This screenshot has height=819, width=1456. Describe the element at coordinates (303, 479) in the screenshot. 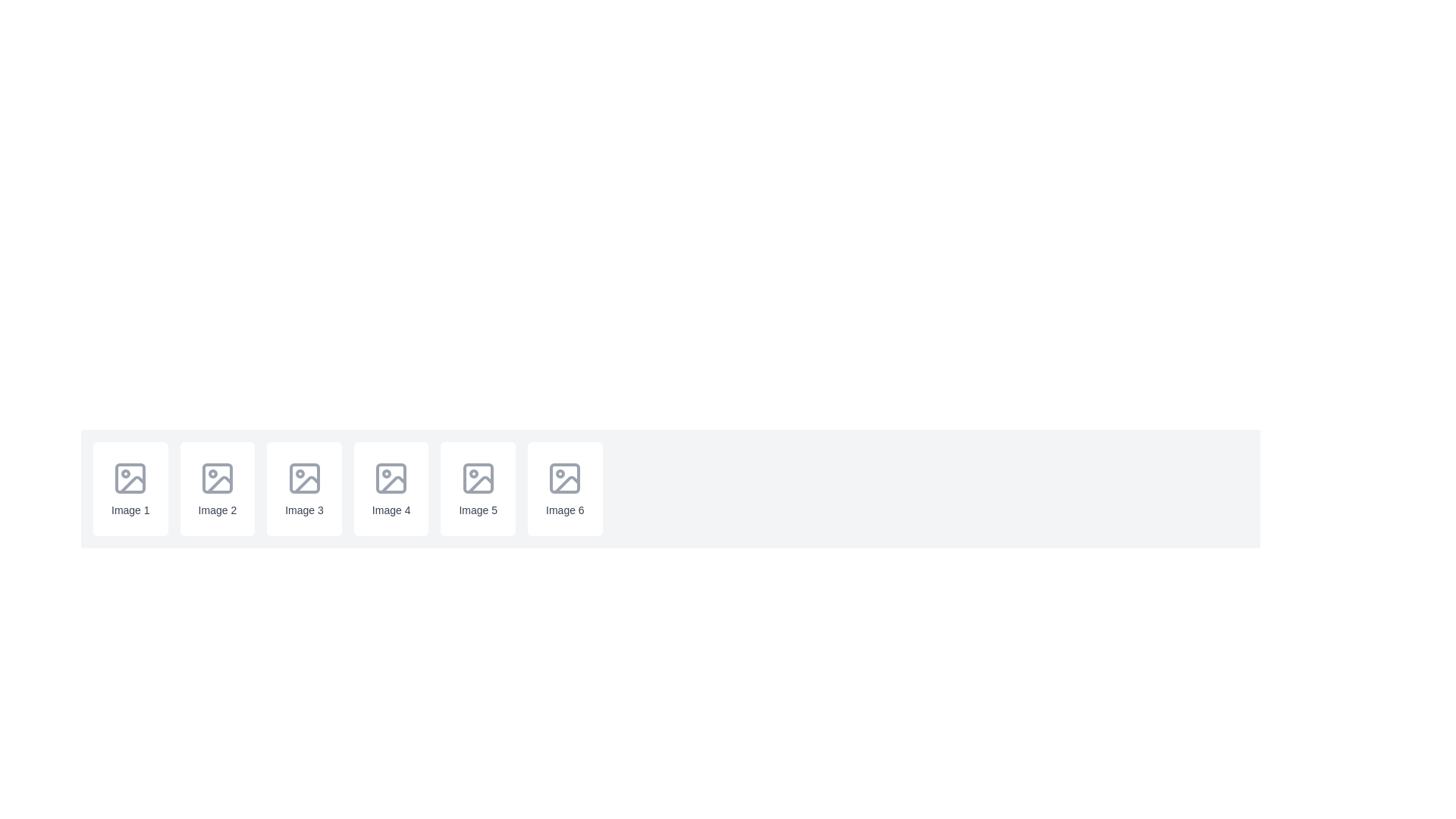

I see `the SVG rectangle element that is part of the image placeholder icon in the third position of a horizontal carousel of six items` at that location.